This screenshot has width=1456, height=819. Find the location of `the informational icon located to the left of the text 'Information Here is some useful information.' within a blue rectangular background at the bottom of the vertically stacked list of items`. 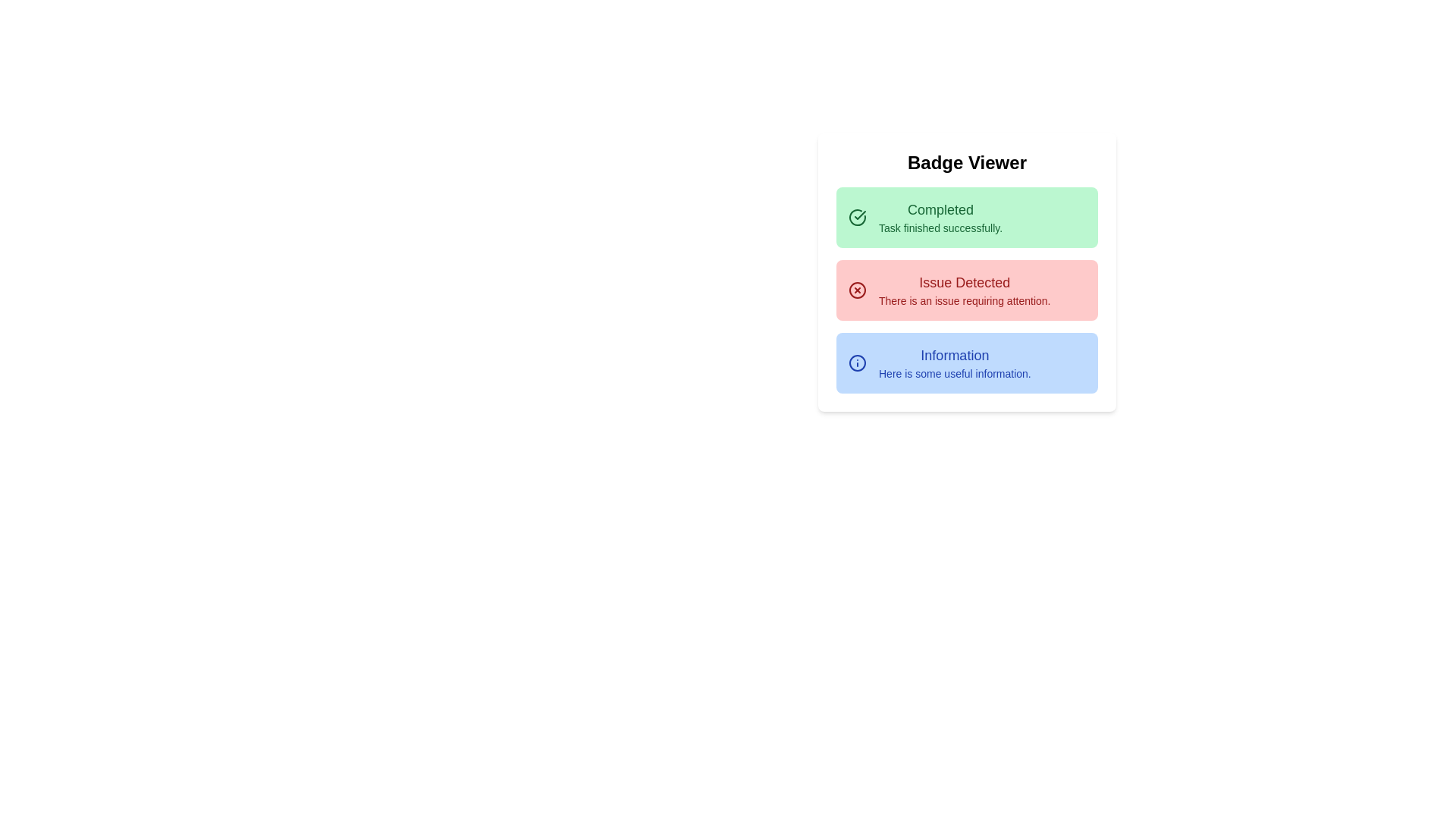

the informational icon located to the left of the text 'Information Here is some useful information.' within a blue rectangular background at the bottom of the vertically stacked list of items is located at coordinates (858, 362).